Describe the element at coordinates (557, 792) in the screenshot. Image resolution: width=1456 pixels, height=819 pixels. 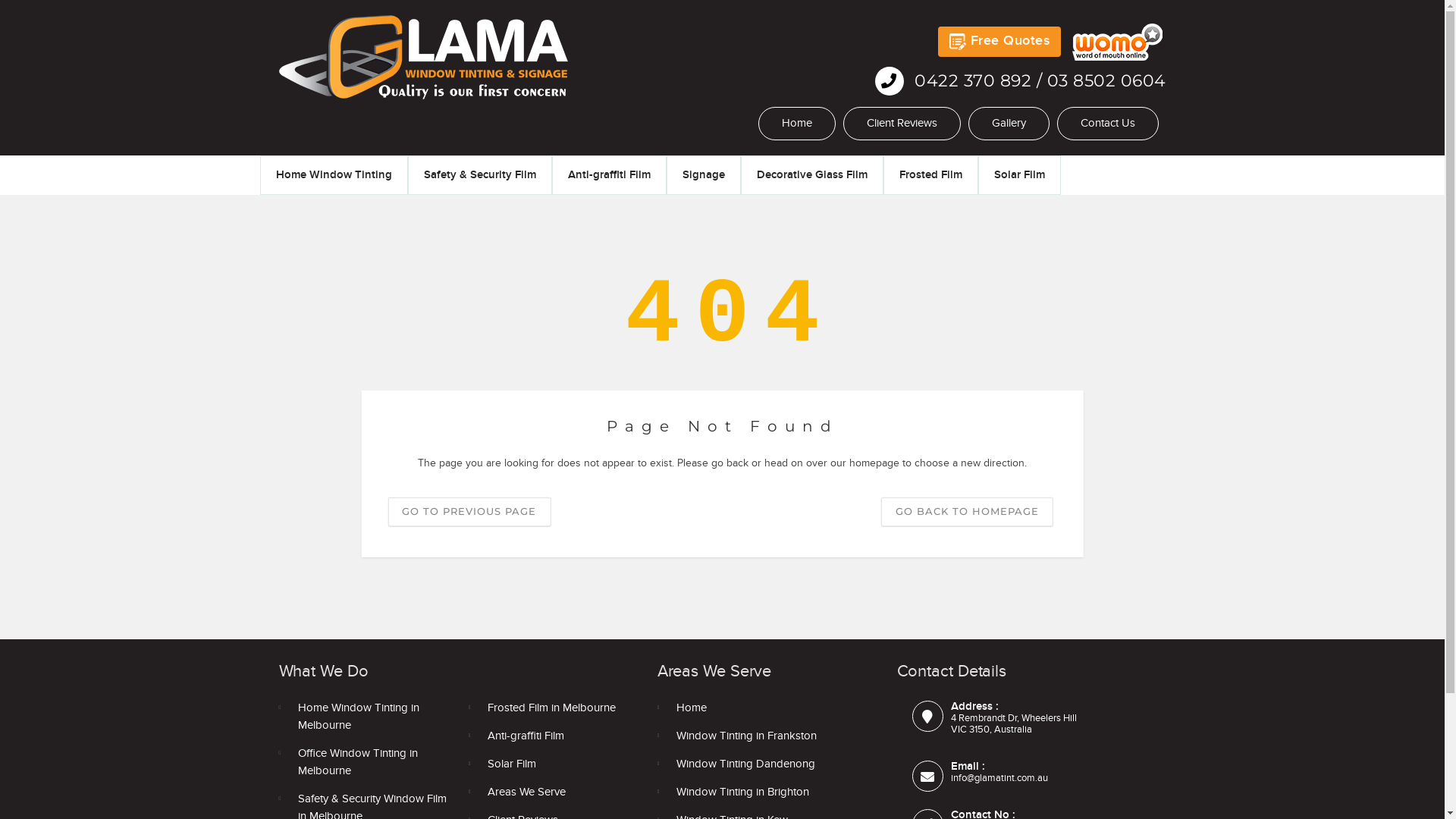
I see `'Areas We Serve'` at that location.